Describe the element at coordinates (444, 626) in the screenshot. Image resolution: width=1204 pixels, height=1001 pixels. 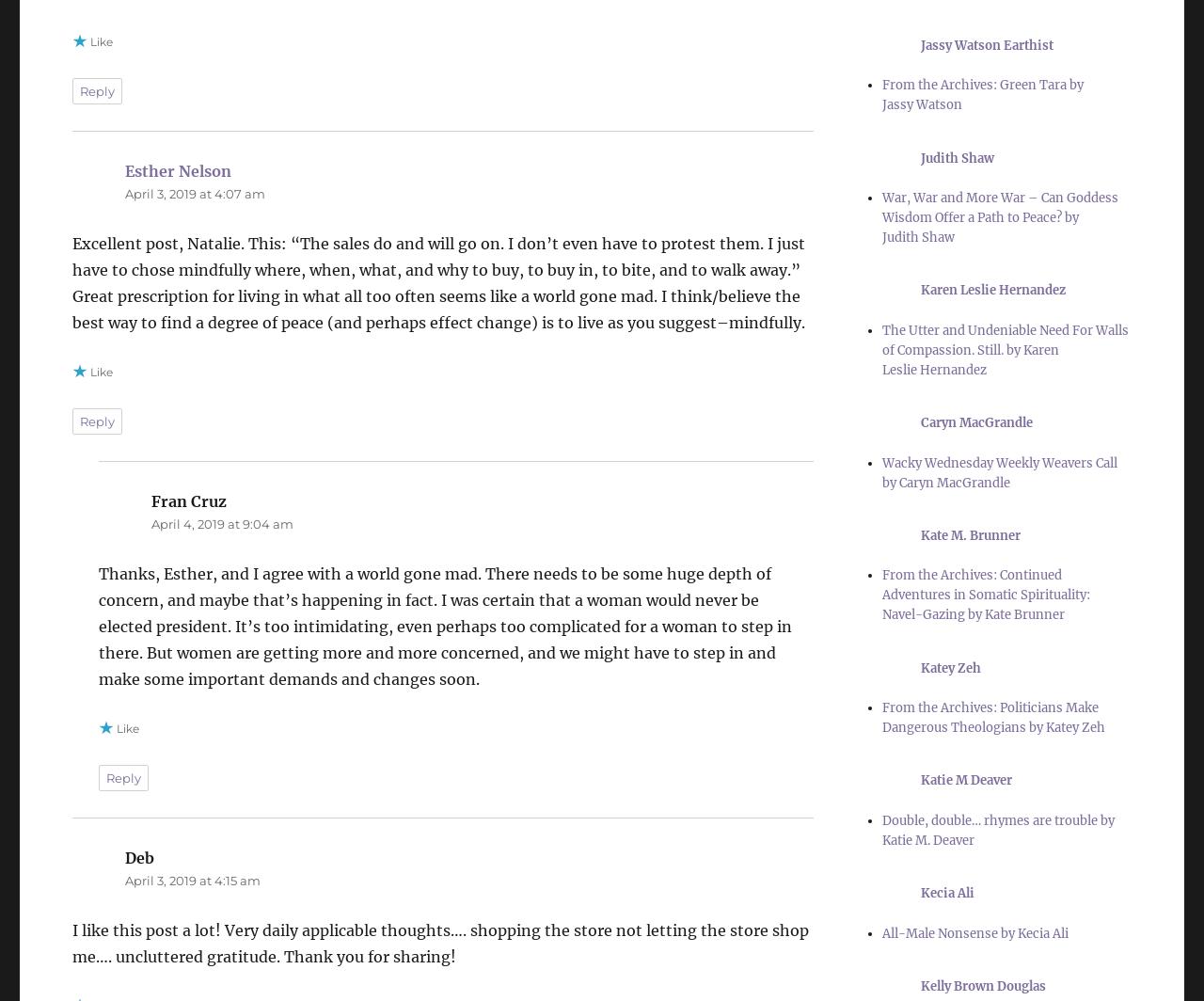
I see `'Thanks, Esther, and I agree with a world gone mad.  There needs to be some huge depth of concern, and maybe that’s happening in fact.  I was certain that a woman would never be elected president.  It’s too intimidating, even perhaps too complicated for a woman to step in there.  But women are getting more and more concerned, and we might have to step in and make some important demands and changes soon.'` at that location.